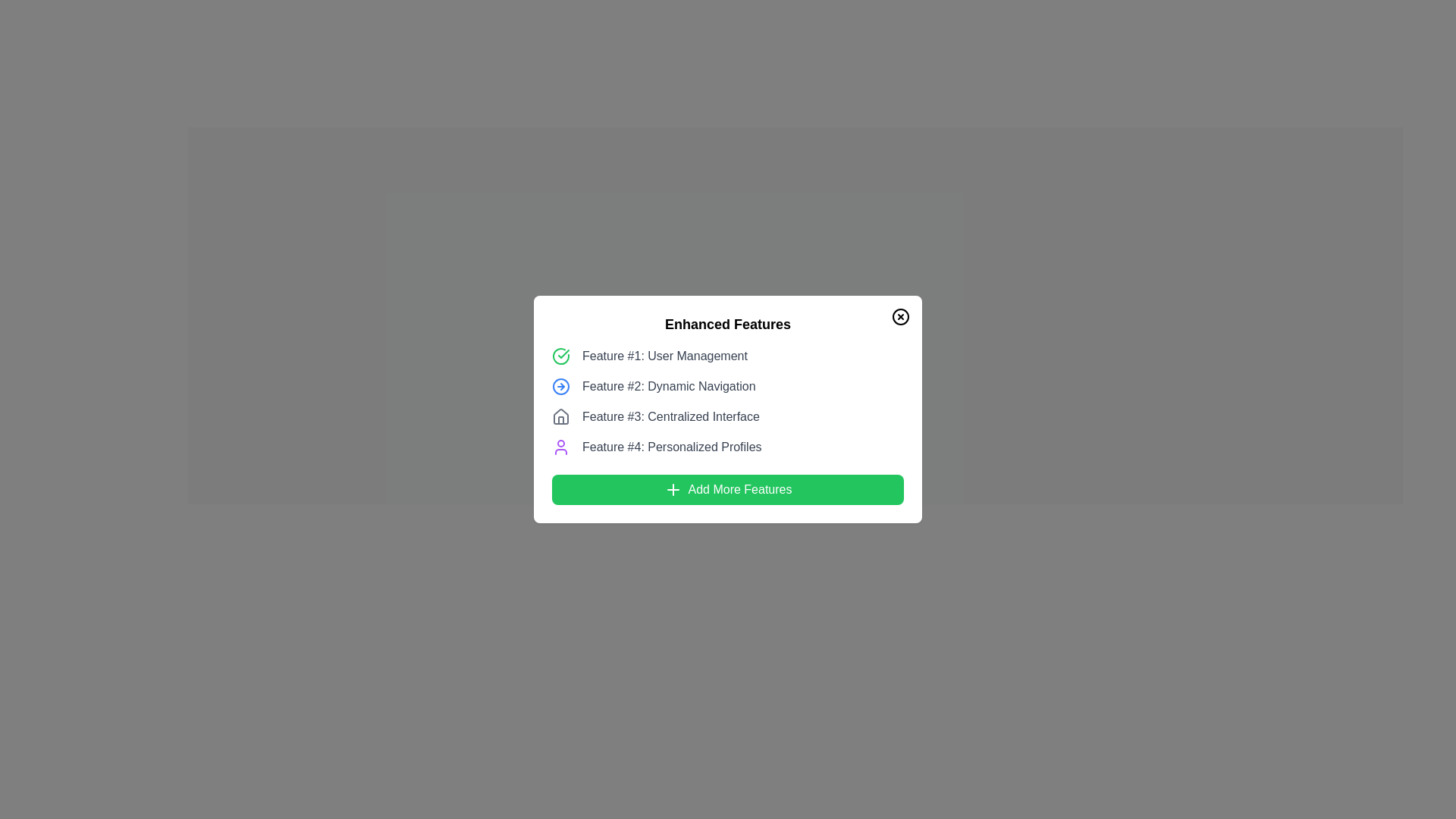  I want to click on the text label that identifies the feature named 'Centralized Interface', which is the third item in a vertical list of features within a modal, so click(670, 417).